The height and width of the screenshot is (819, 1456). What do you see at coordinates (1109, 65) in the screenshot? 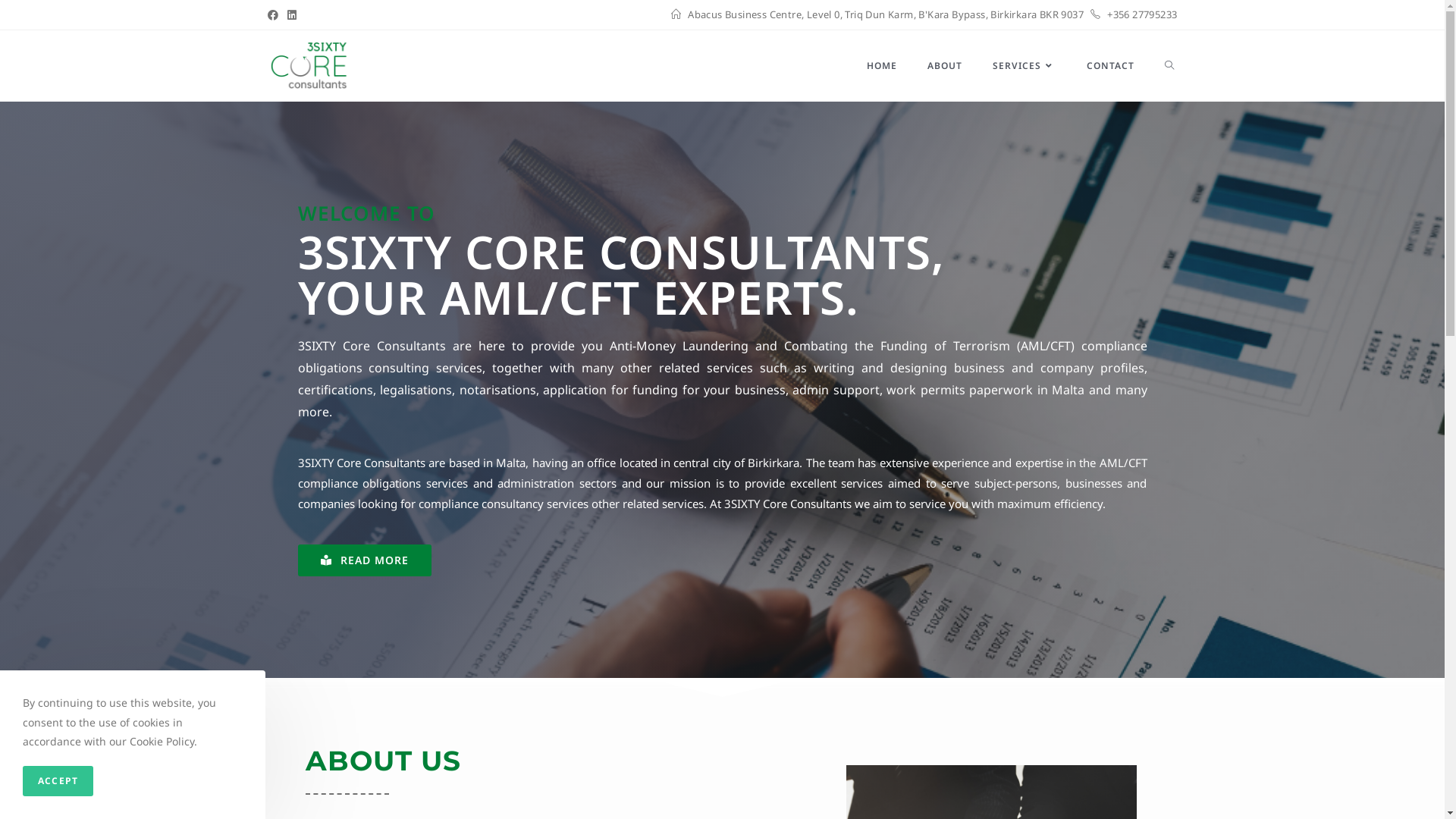
I see `'CONTACT'` at bounding box center [1109, 65].